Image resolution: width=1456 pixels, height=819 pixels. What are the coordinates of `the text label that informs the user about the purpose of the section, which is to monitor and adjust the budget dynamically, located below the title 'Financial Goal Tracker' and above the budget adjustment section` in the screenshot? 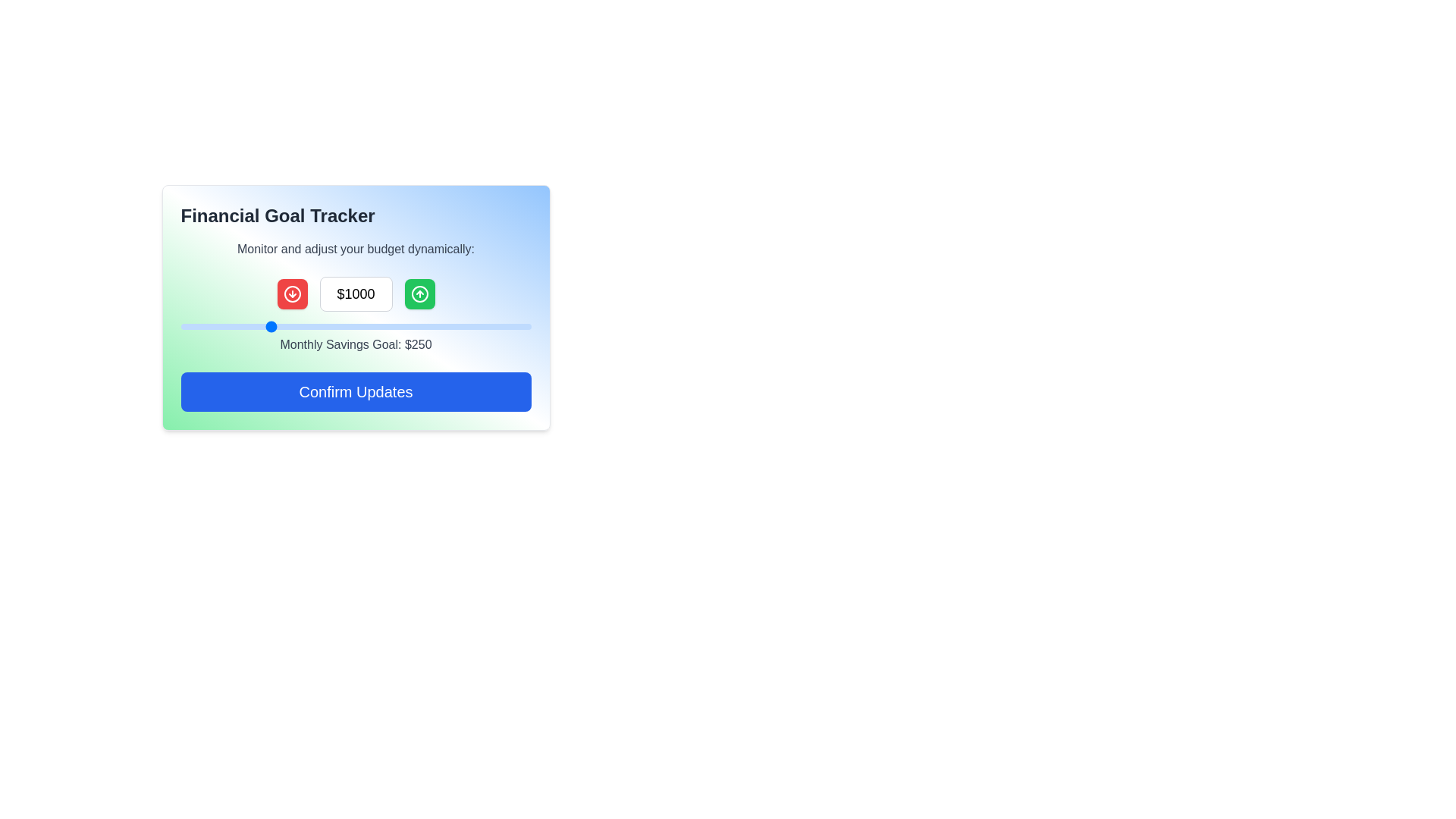 It's located at (355, 248).